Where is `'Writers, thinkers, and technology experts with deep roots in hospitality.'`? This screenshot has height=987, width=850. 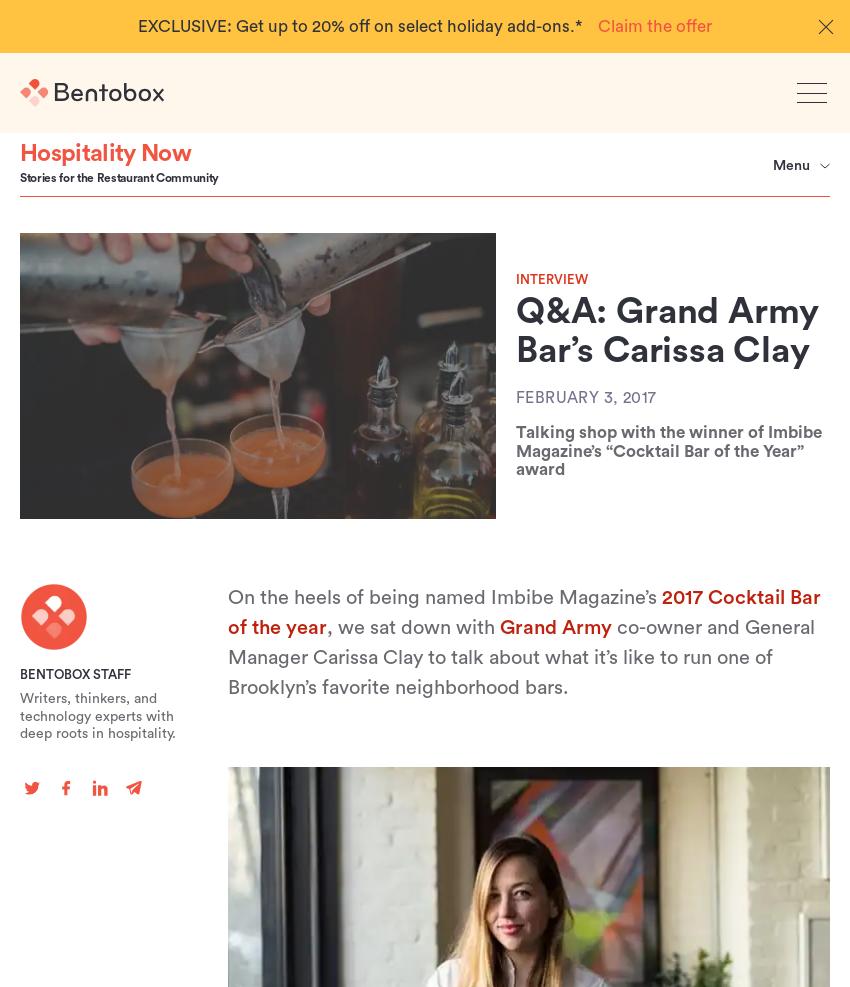 'Writers, thinkers, and technology experts with deep roots in hospitality.' is located at coordinates (97, 715).